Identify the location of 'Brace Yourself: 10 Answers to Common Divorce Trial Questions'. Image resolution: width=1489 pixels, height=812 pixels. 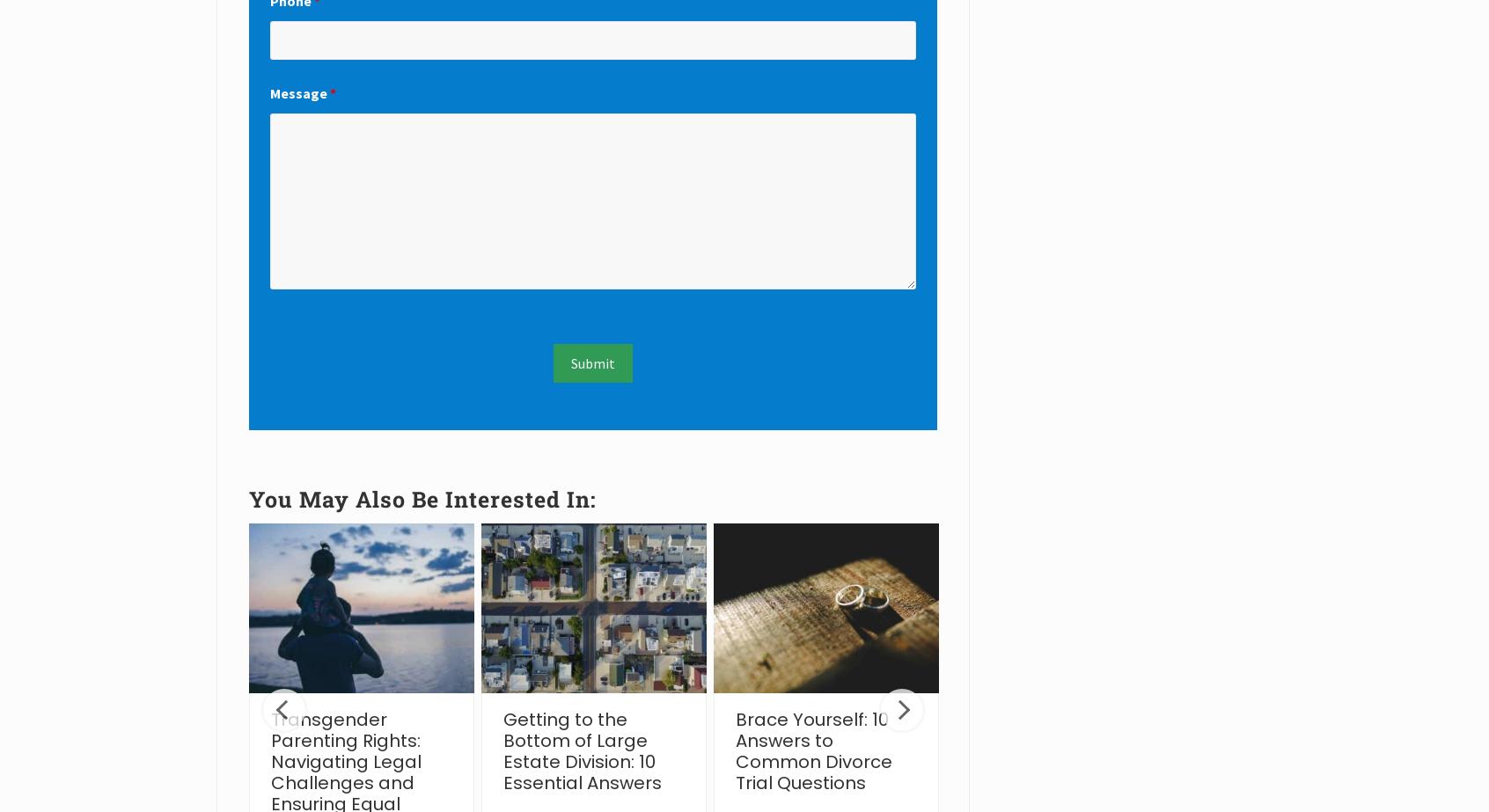
(814, 750).